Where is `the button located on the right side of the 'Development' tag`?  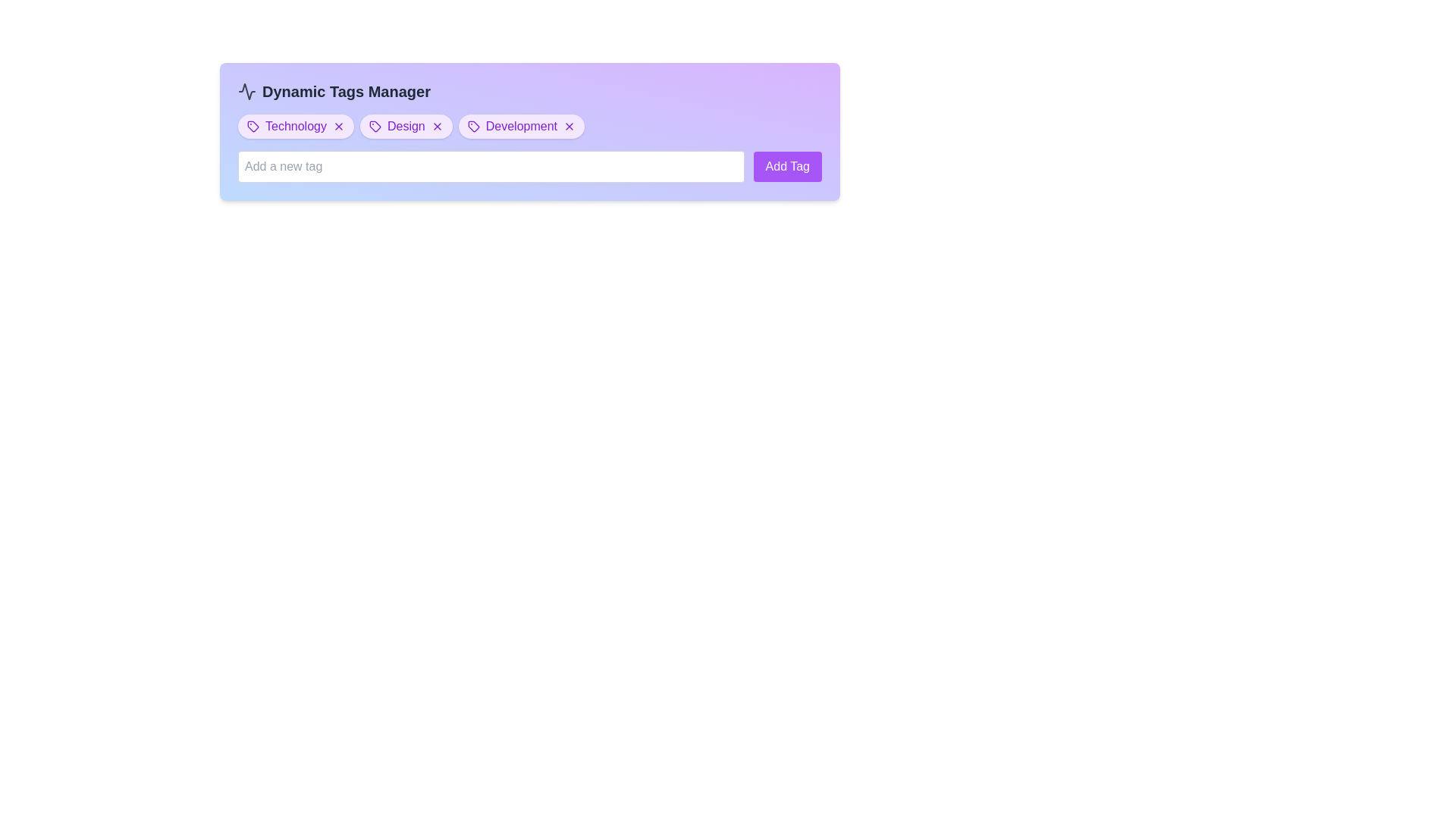
the button located on the right side of the 'Development' tag is located at coordinates (569, 125).